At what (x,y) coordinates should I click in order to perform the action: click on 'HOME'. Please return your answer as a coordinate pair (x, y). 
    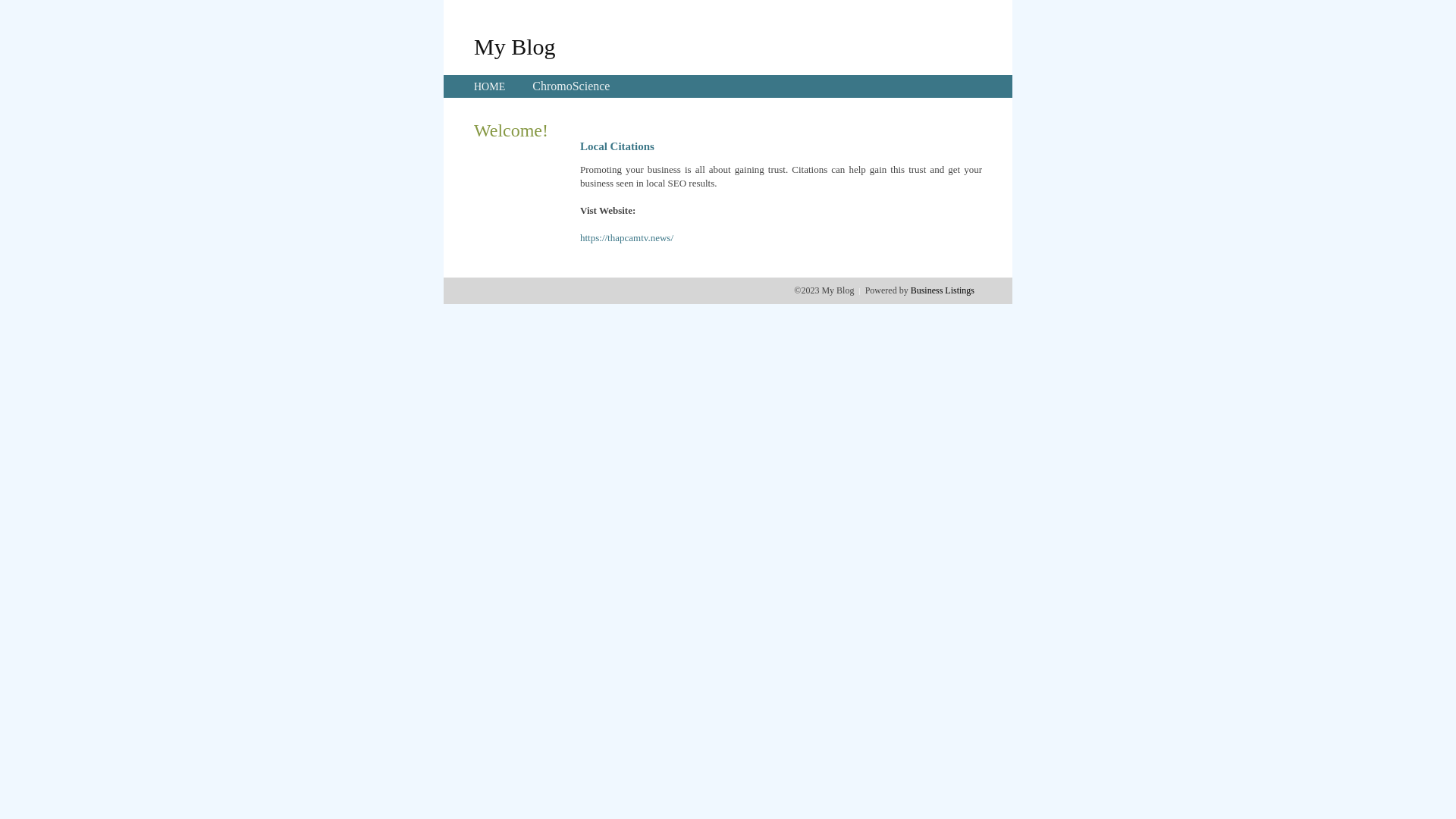
    Looking at the image, I should click on (489, 86).